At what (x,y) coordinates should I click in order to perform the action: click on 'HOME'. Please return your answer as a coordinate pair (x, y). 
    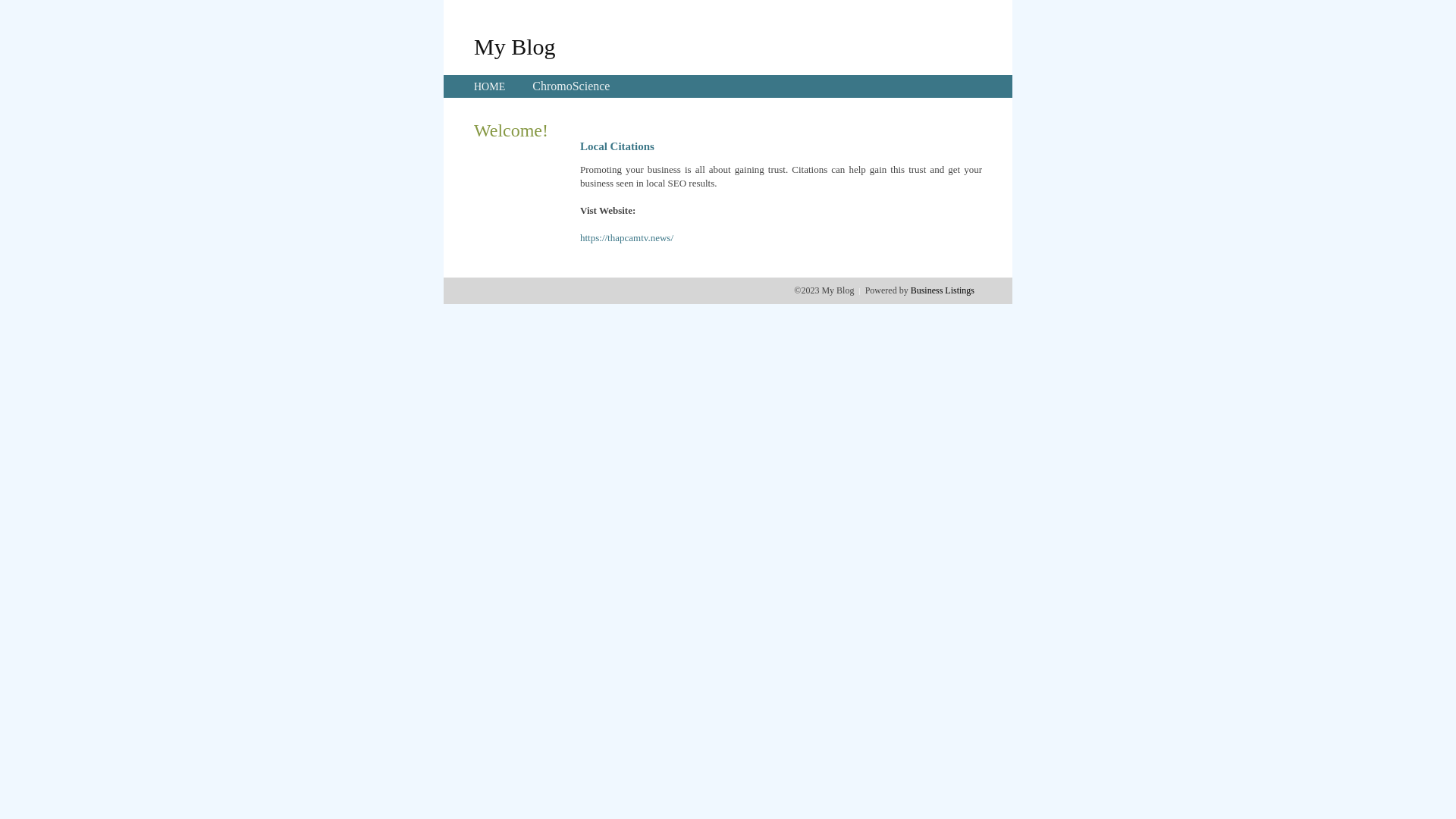
    Looking at the image, I should click on (489, 86).